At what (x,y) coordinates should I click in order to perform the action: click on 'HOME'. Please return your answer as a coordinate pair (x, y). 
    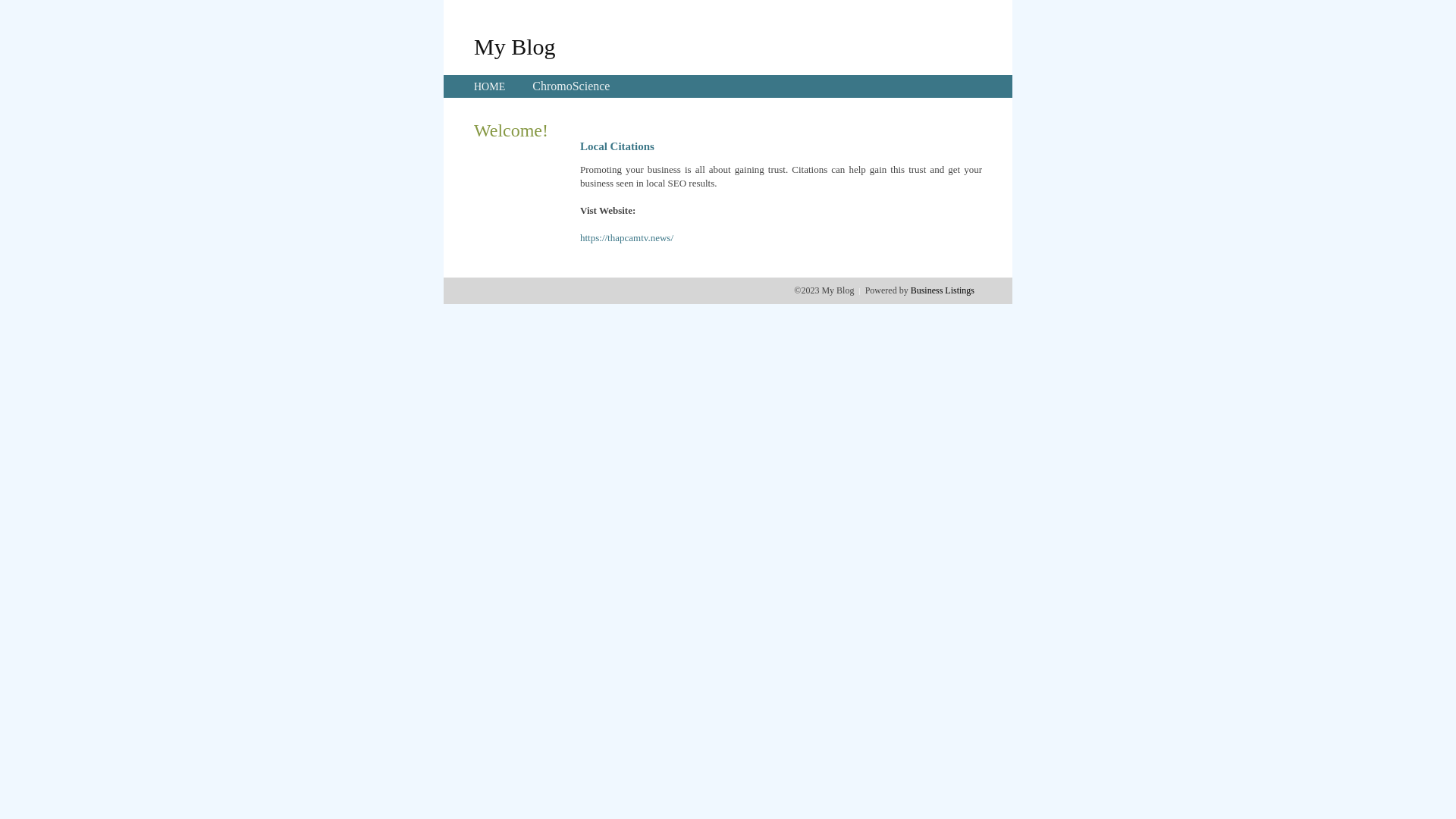
    Looking at the image, I should click on (489, 86).